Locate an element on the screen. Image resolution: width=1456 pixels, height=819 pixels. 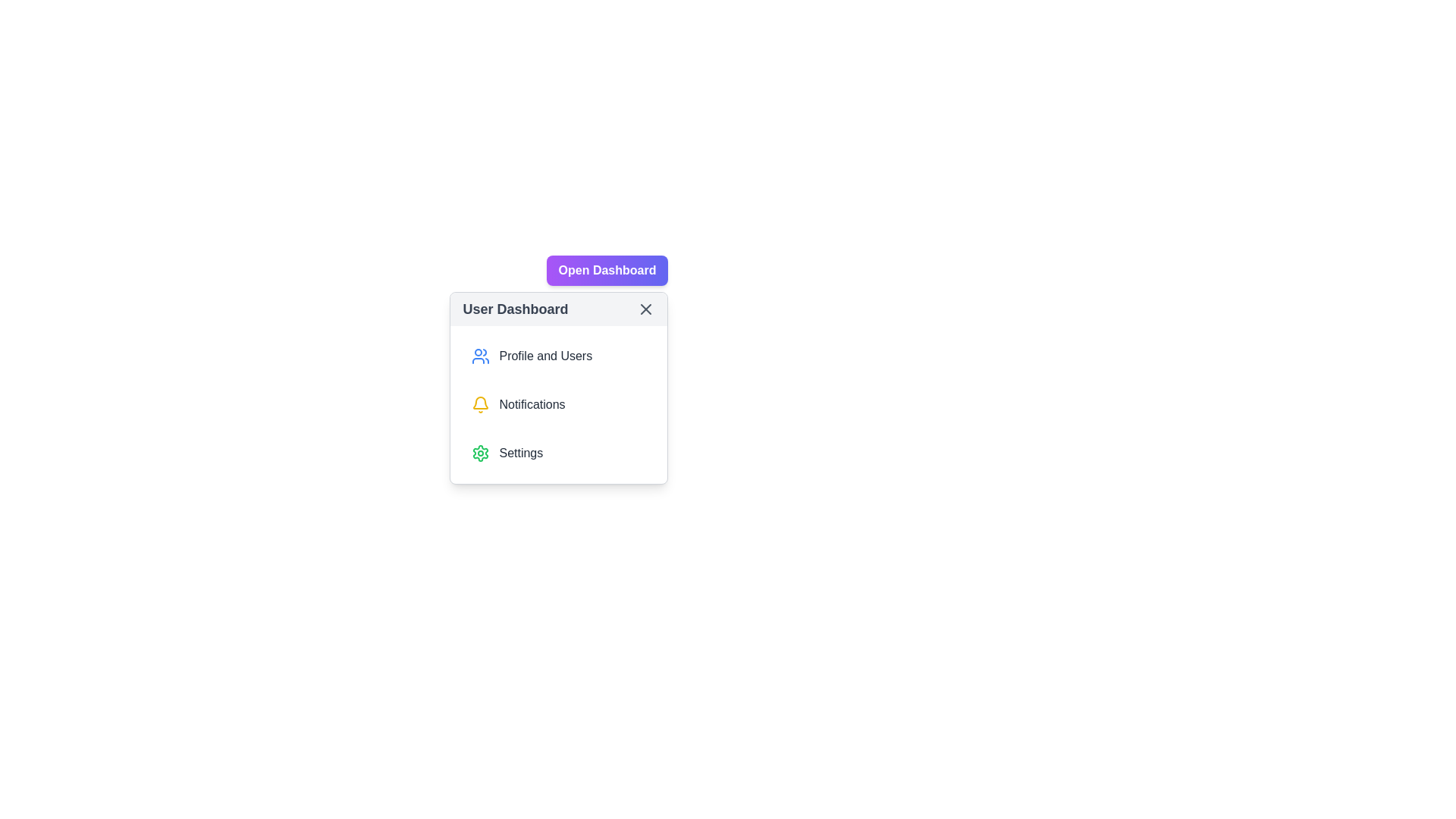
the green gear icon representing 'Settings' in the drop-down menu of the User Dashboard is located at coordinates (480, 452).